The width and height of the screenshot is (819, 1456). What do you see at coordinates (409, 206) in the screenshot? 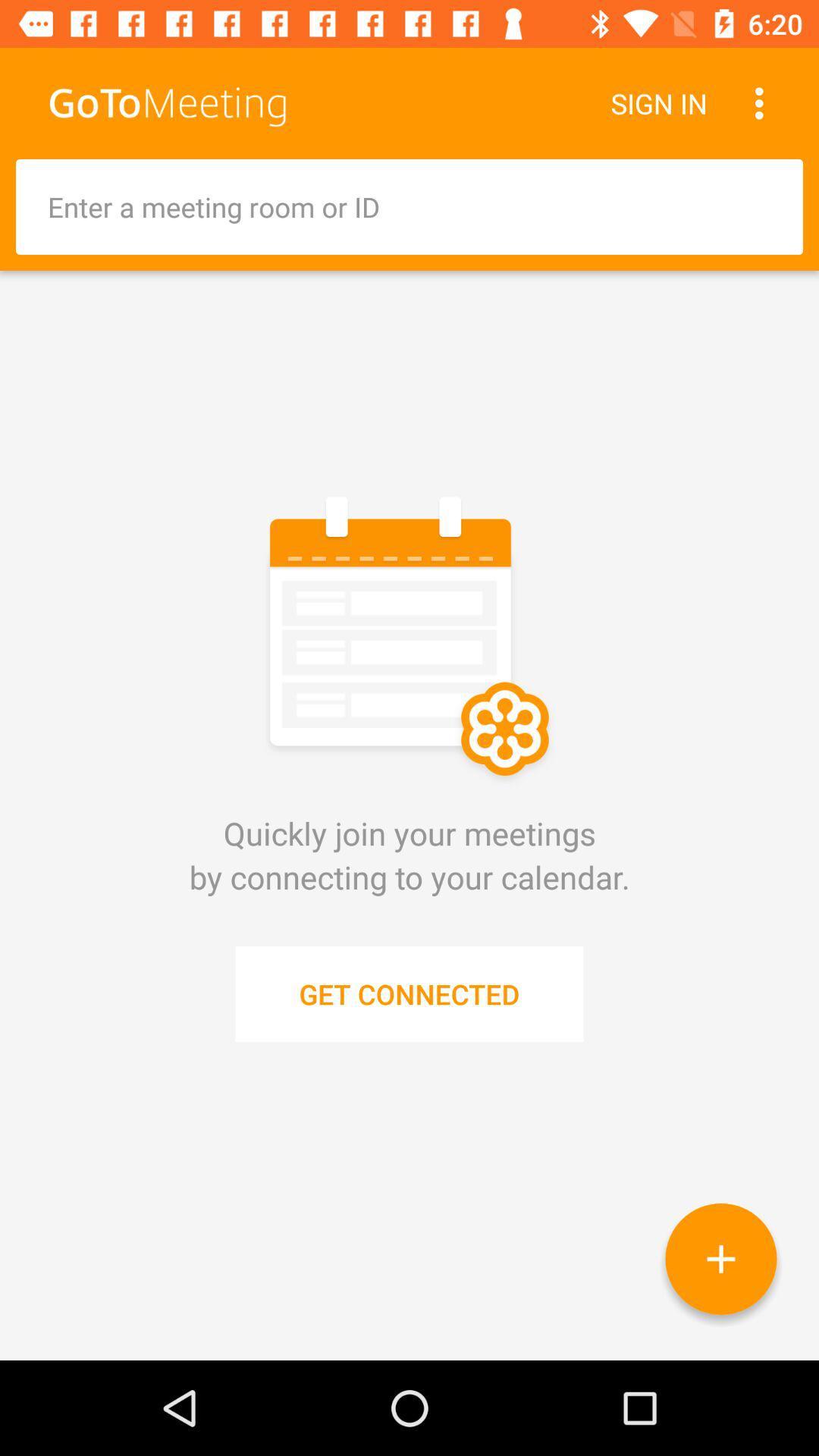
I see `the item above the quickly join your icon` at bounding box center [409, 206].